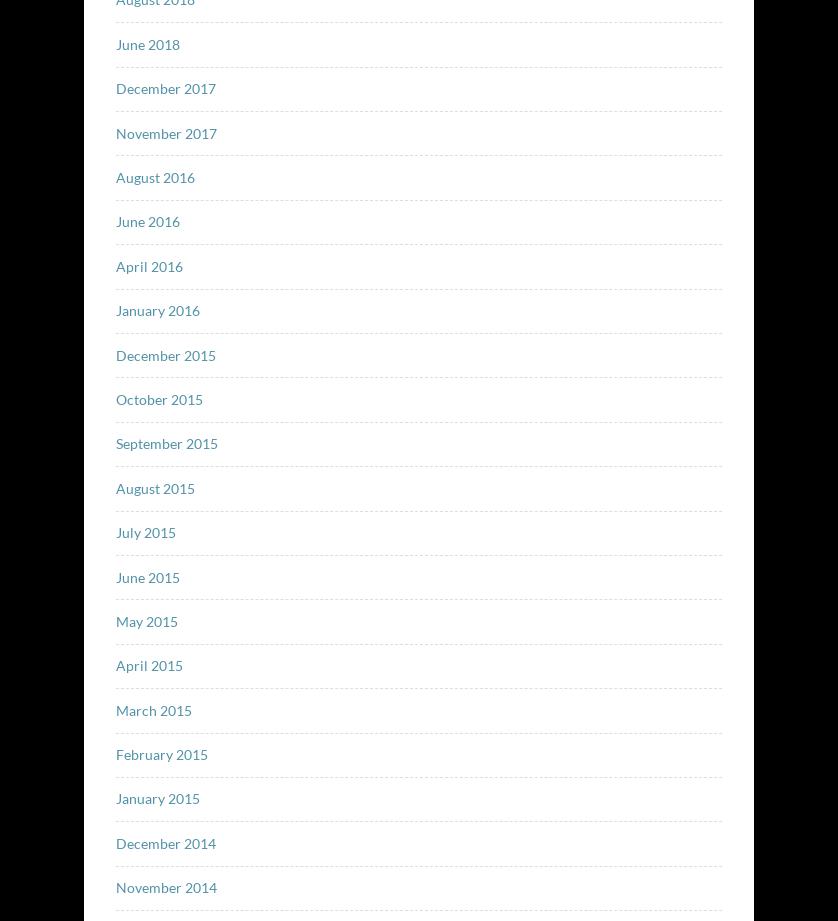  Describe the element at coordinates (154, 175) in the screenshot. I see `'August 2016'` at that location.